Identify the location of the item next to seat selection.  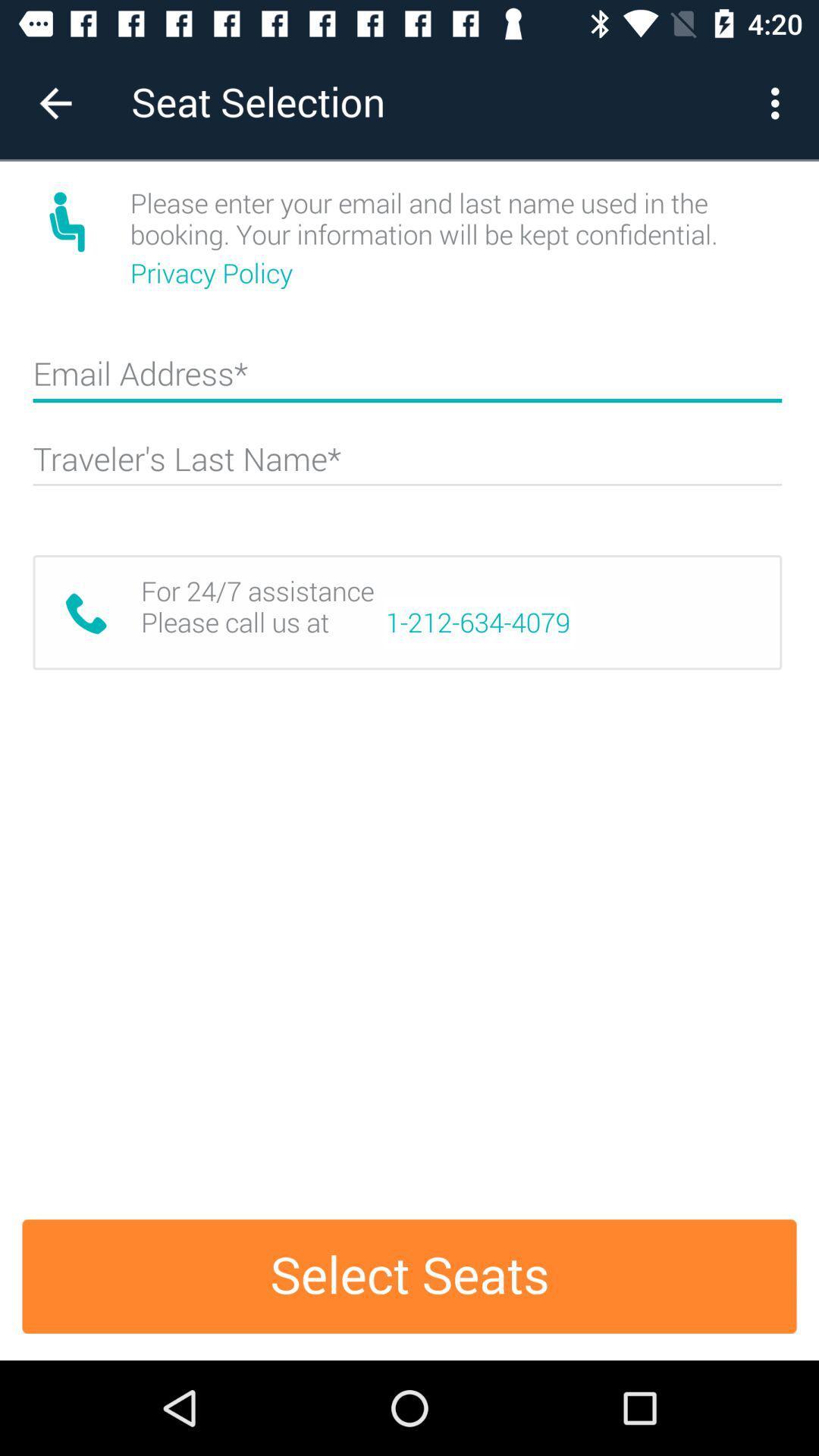
(55, 102).